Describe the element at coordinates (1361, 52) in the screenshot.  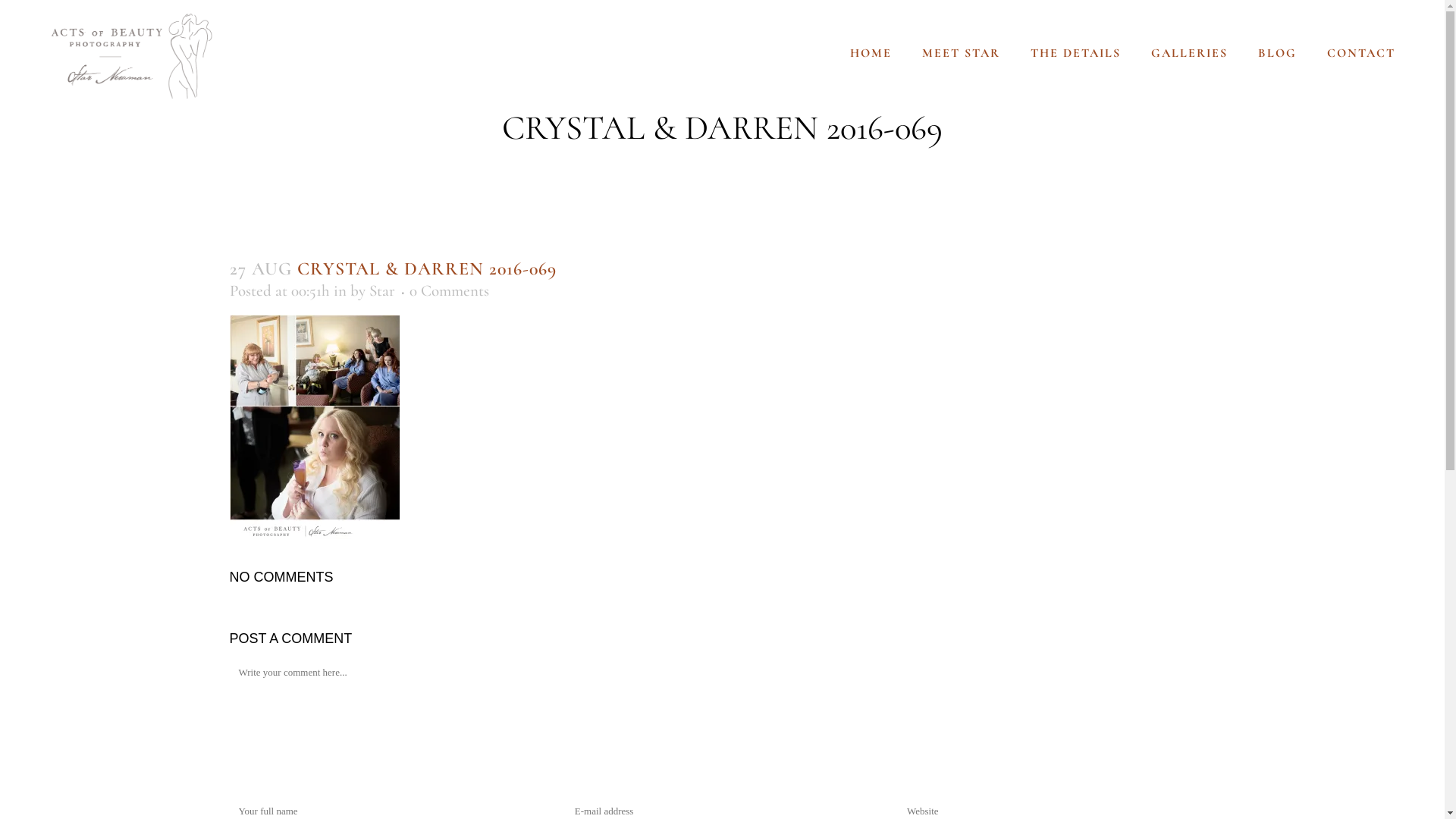
I see `'CONTACT'` at that location.